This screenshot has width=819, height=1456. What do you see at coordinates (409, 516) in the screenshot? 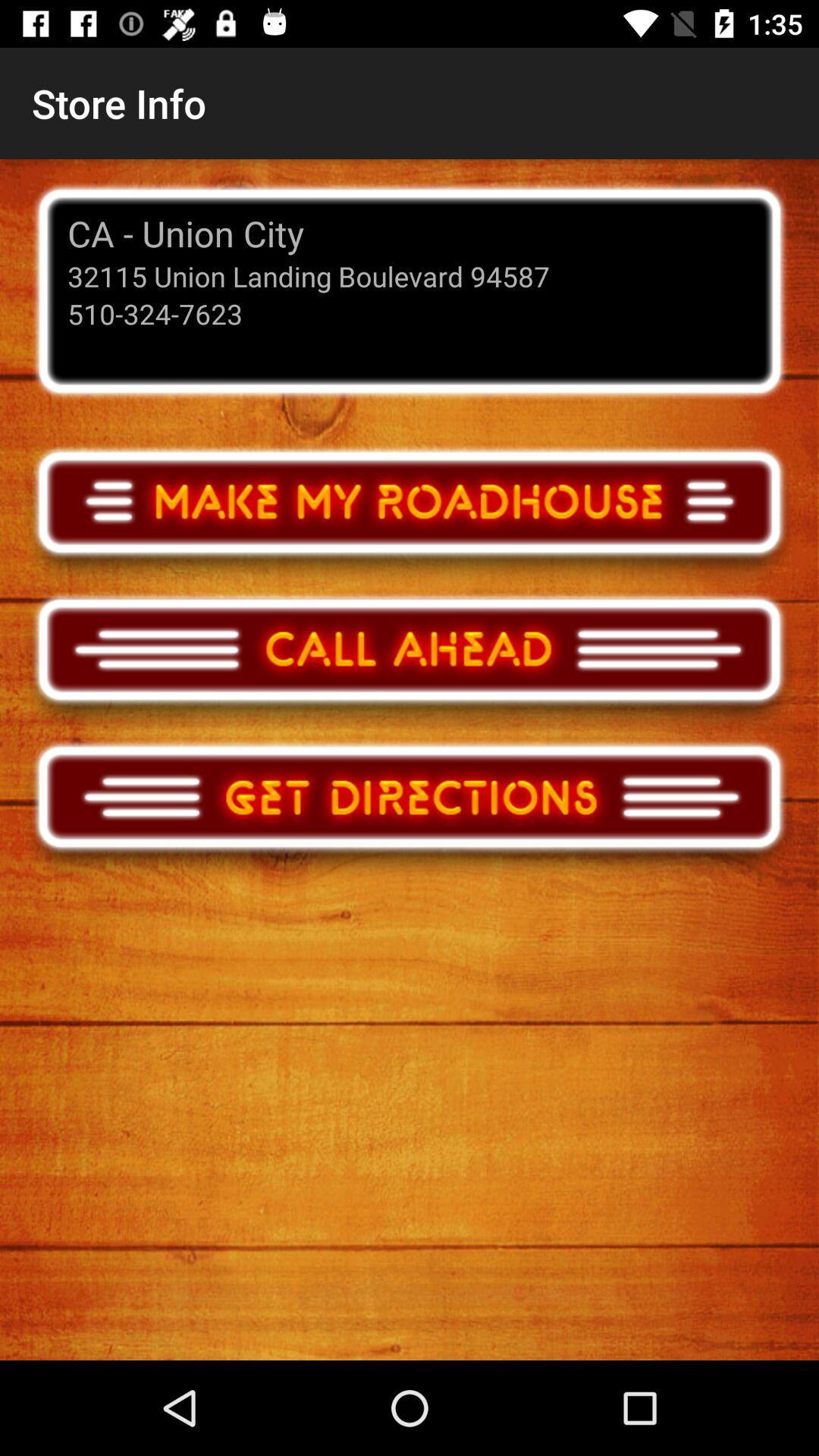
I see `make my roadhouse` at bounding box center [409, 516].